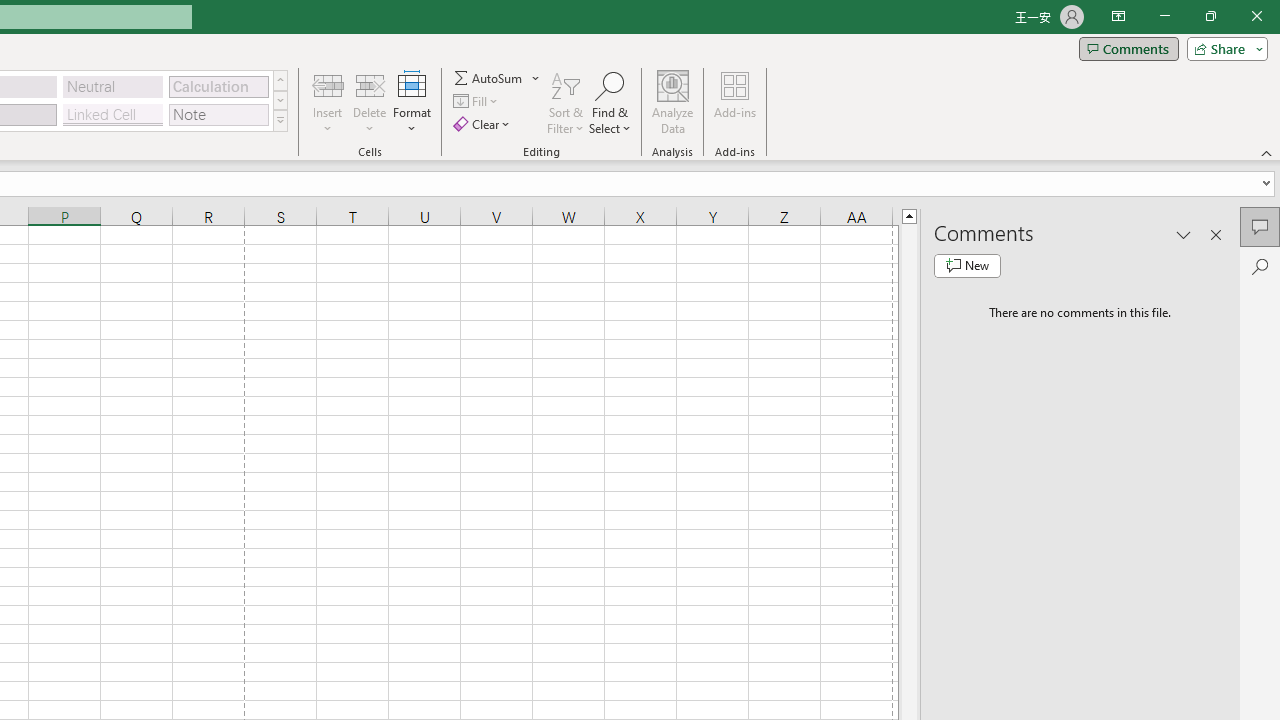  What do you see at coordinates (1215, 234) in the screenshot?
I see `'Close pane'` at bounding box center [1215, 234].